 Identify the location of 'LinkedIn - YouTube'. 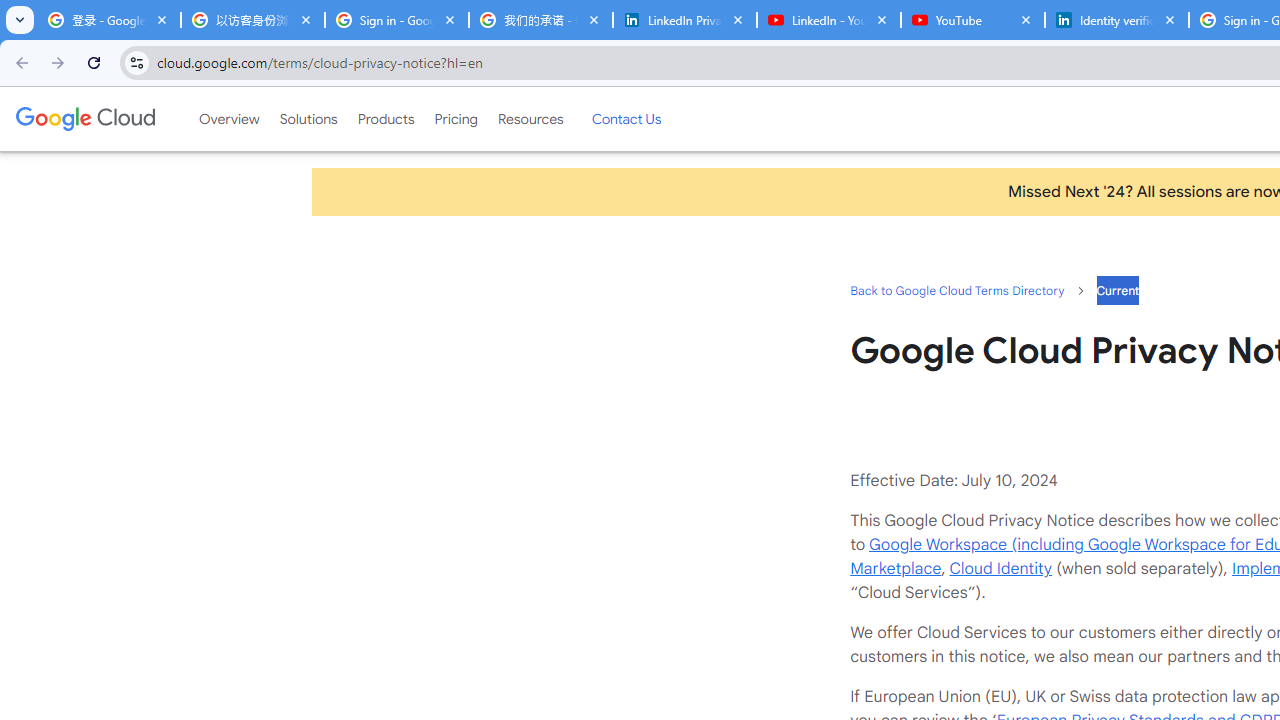
(828, 20).